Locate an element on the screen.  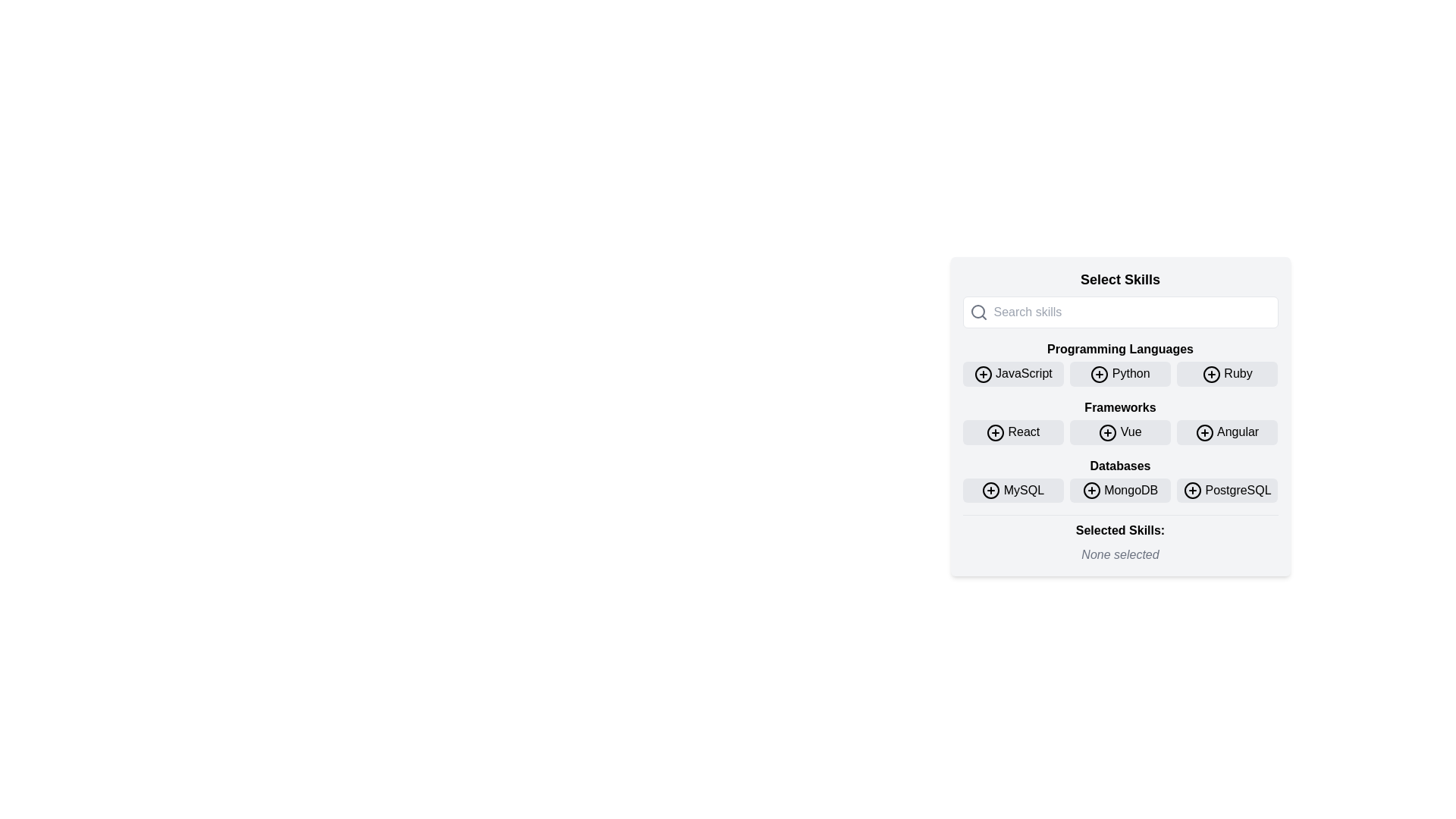
the button used to select or interact with the 'Ruby' option, which is the third button in the 'Programming Languages' category grid layout is located at coordinates (1227, 374).